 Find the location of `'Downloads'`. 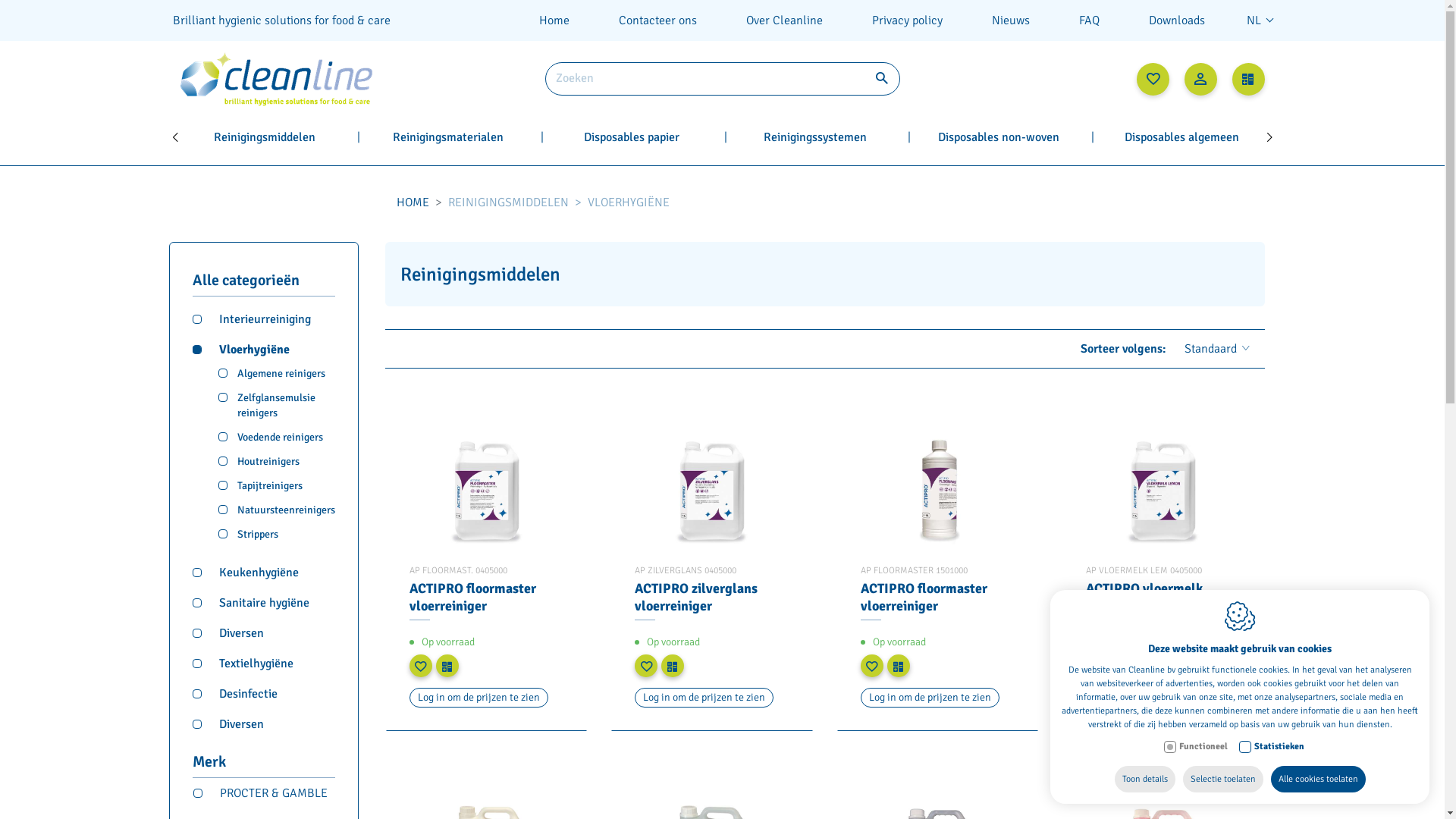

'Downloads' is located at coordinates (1175, 20).